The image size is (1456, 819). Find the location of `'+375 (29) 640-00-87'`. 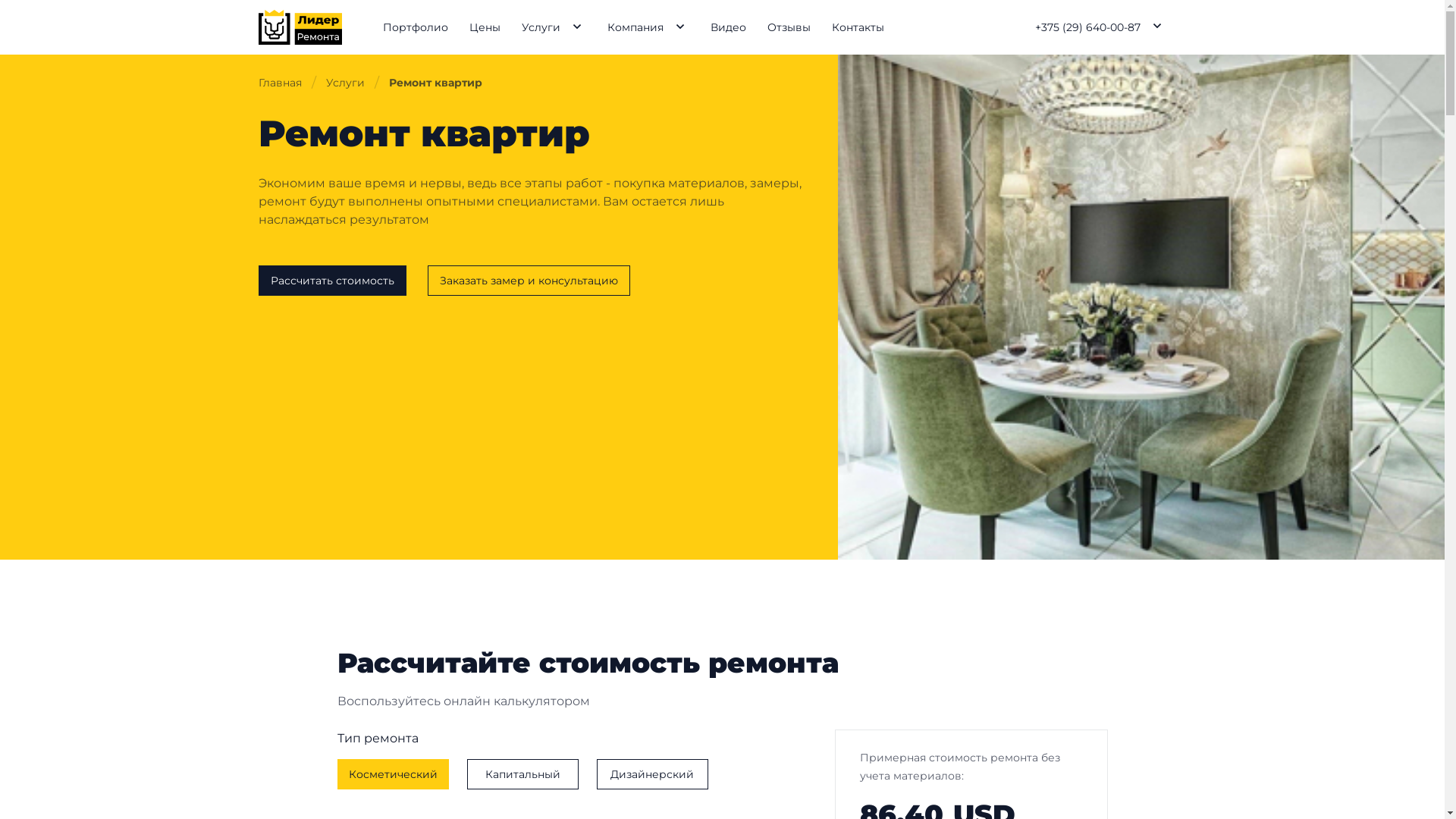

'+375 (29) 640-00-87' is located at coordinates (1086, 27).